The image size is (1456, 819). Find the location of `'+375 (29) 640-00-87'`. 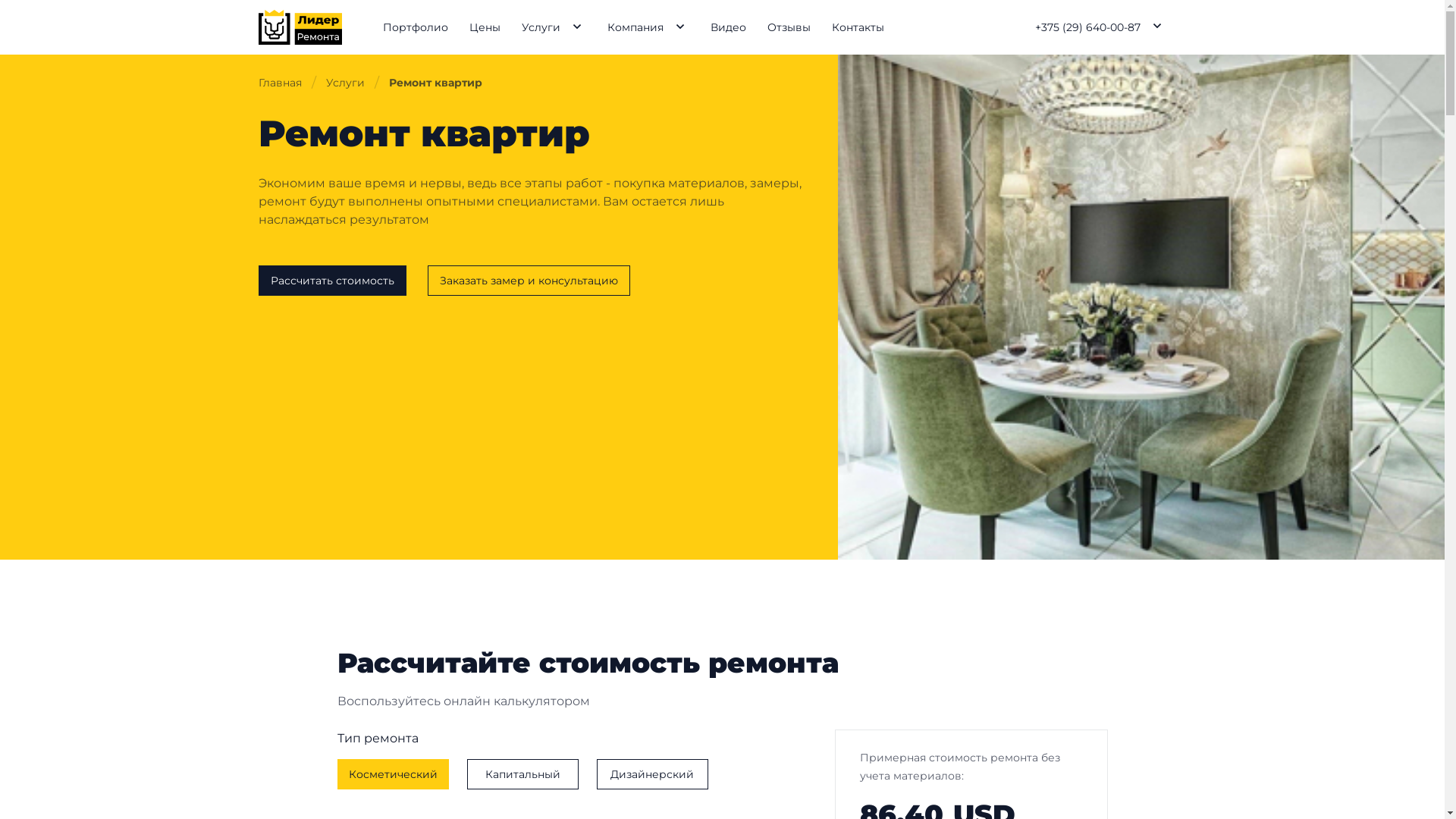

'+375 (29) 640-00-87' is located at coordinates (1086, 27).